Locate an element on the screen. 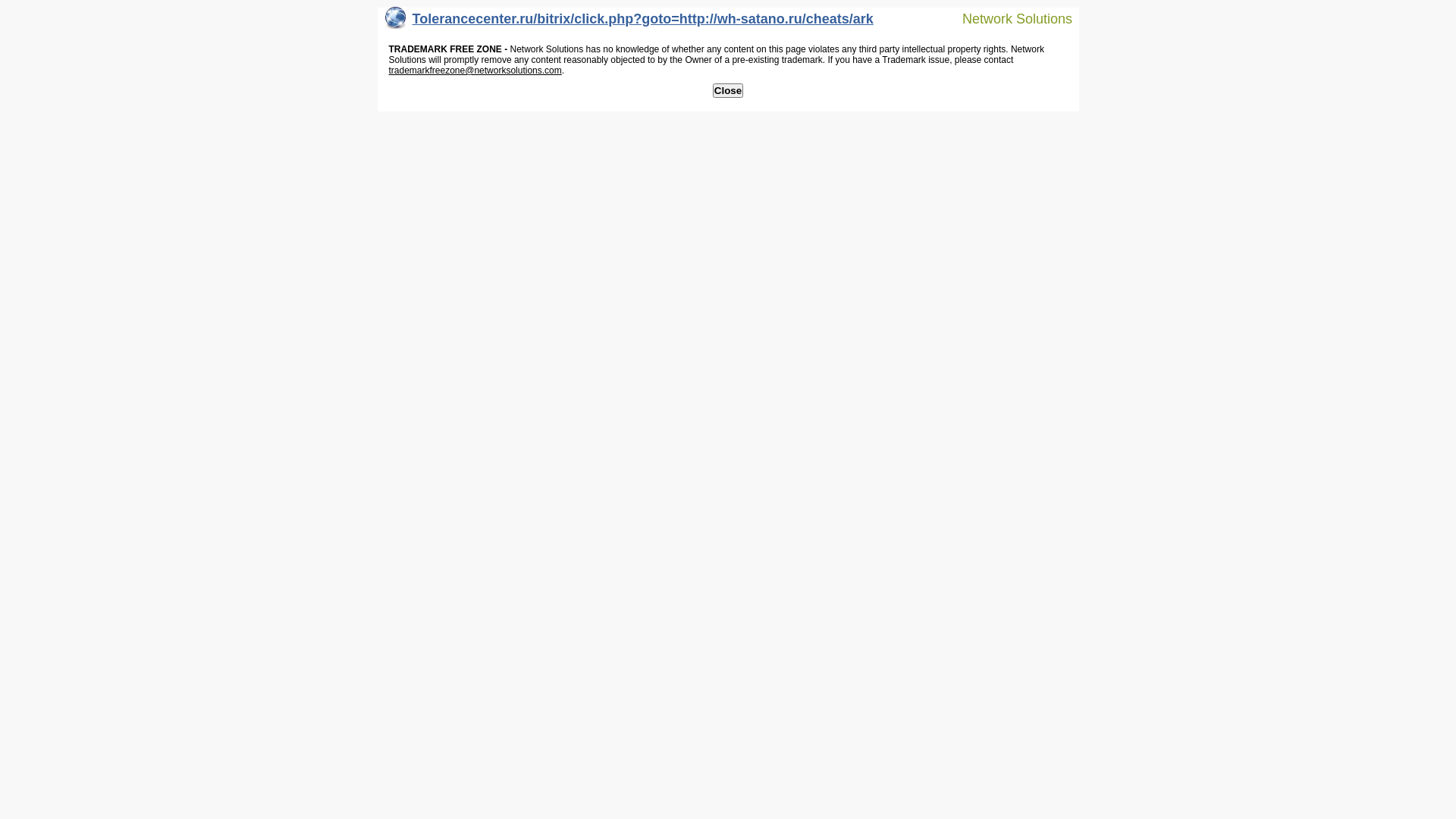 This screenshot has width=1456, height=819. 'Close' is located at coordinates (728, 90).